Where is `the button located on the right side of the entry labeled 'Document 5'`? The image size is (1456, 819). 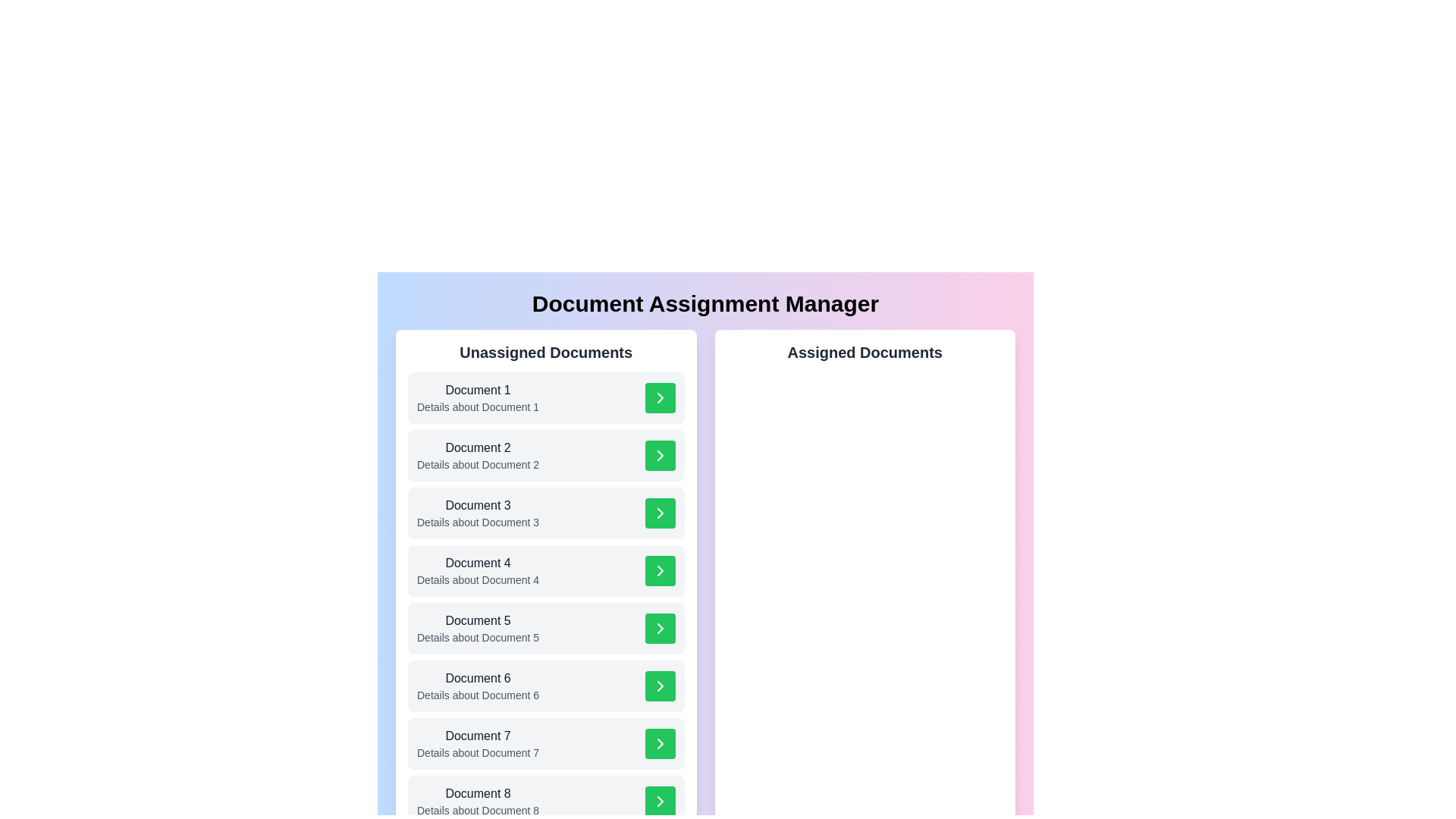 the button located on the right side of the entry labeled 'Document 5' is located at coordinates (660, 629).